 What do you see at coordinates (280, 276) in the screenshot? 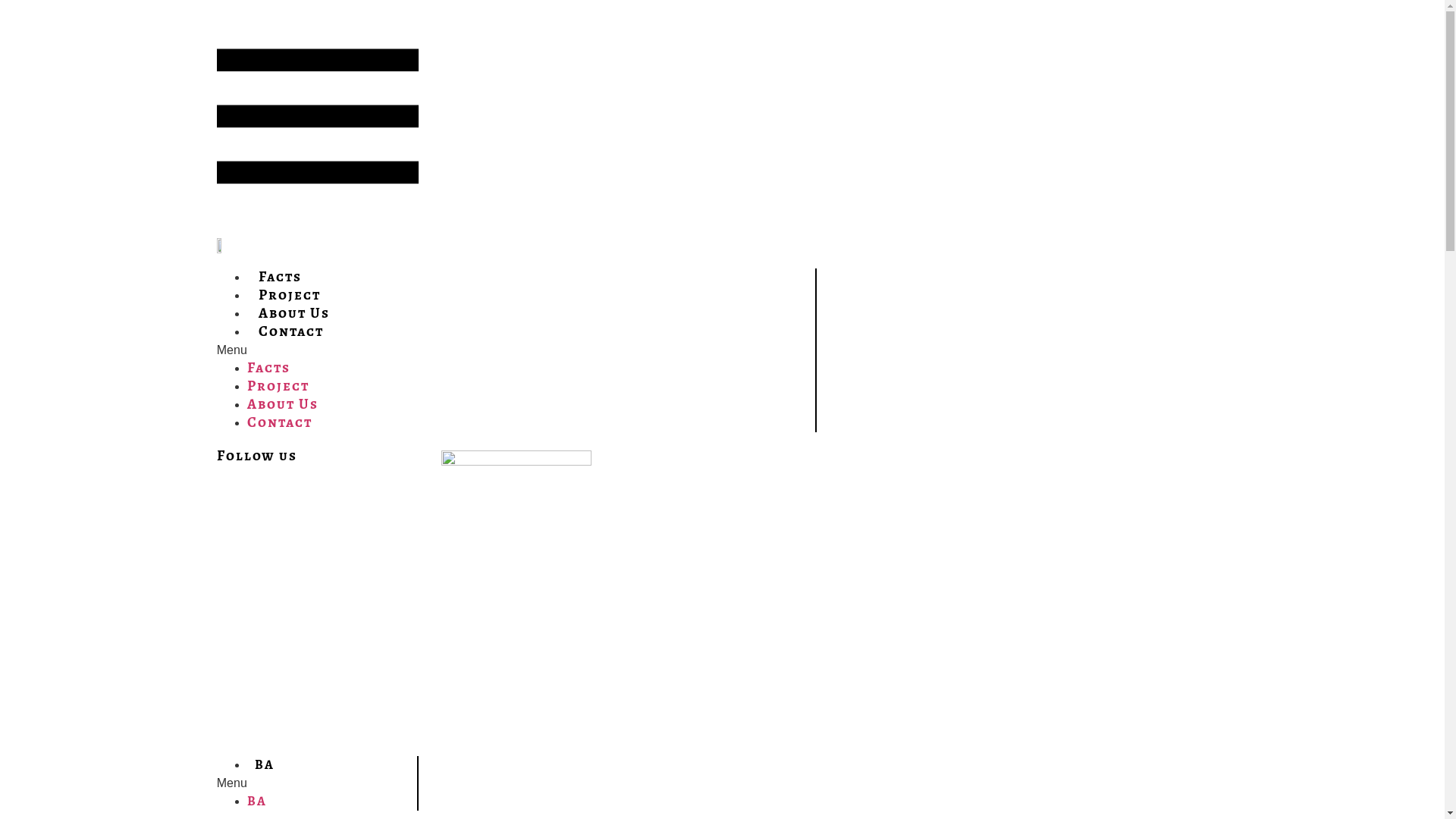
I see `'Facts'` at bounding box center [280, 276].